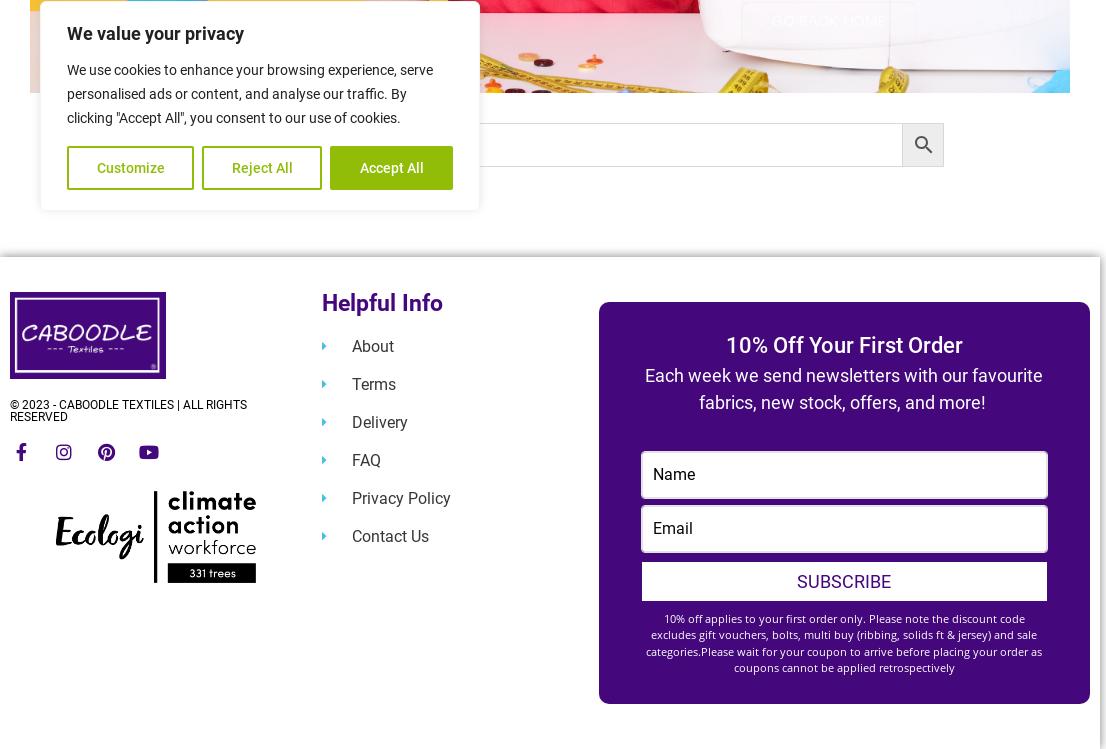 This screenshot has width=1106, height=749. What do you see at coordinates (378, 420) in the screenshot?
I see `'Delivery'` at bounding box center [378, 420].